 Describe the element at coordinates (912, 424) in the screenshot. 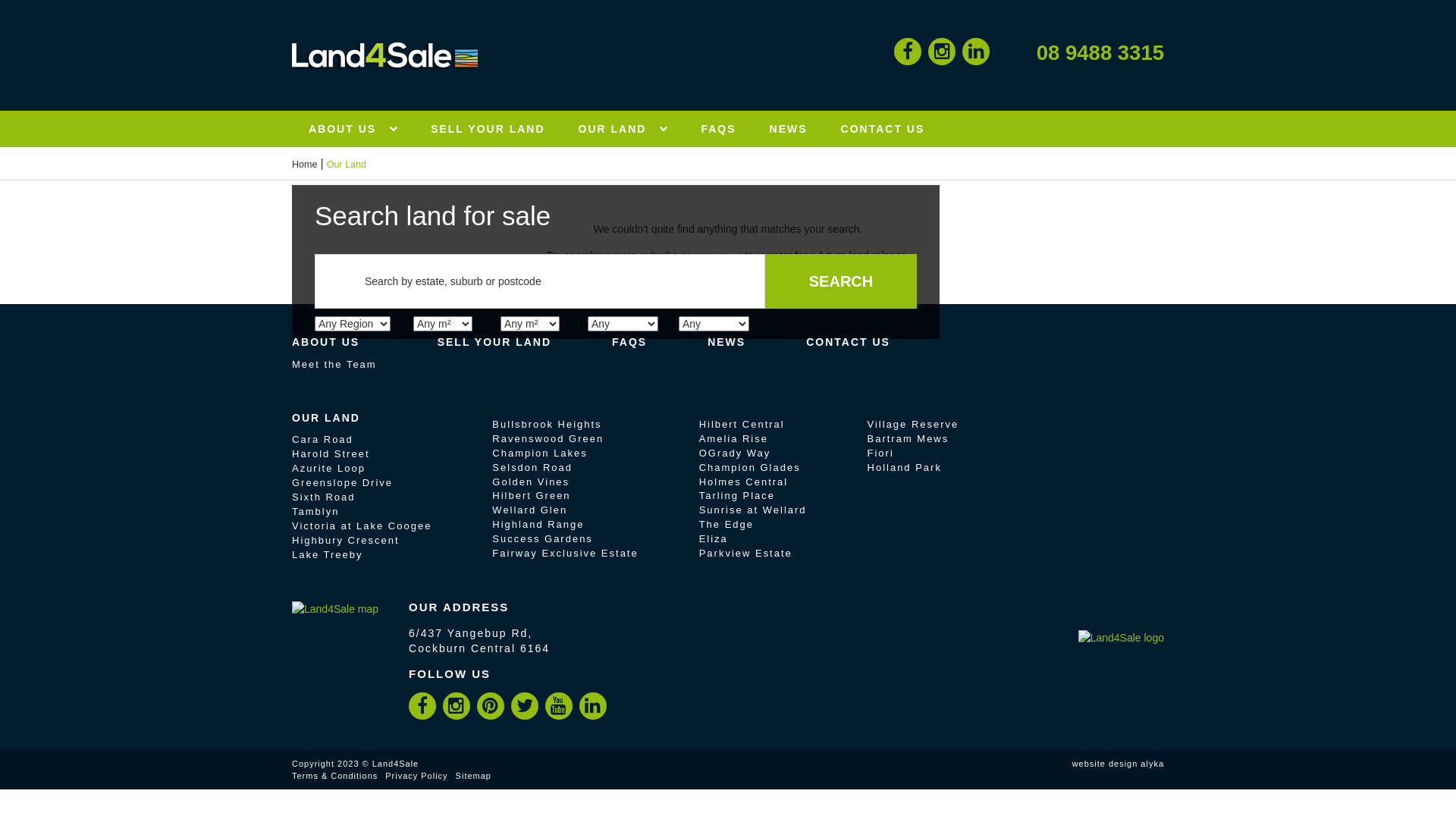

I see `'Village Reserve'` at that location.